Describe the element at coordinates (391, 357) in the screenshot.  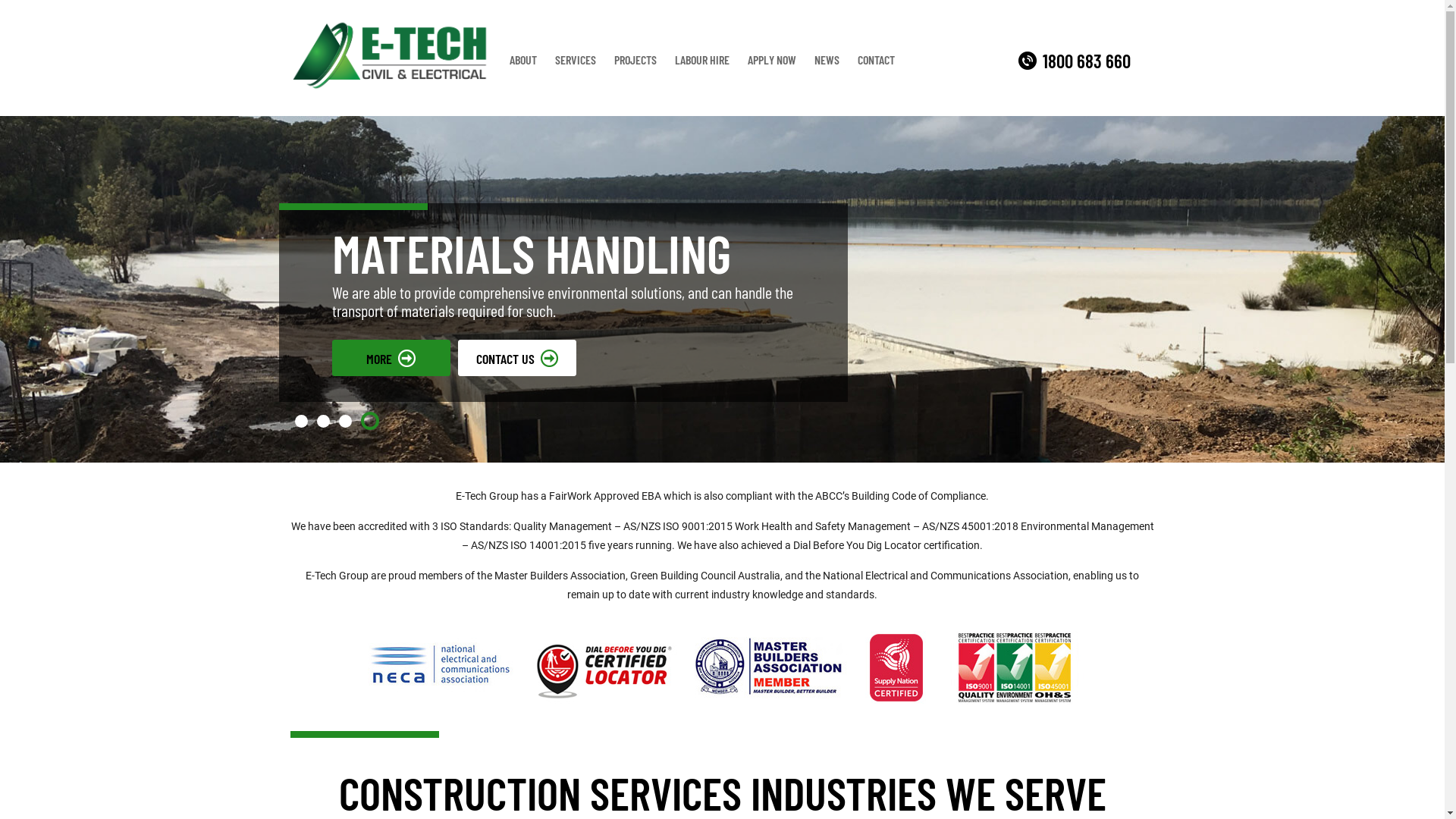
I see `'MORE'` at that location.